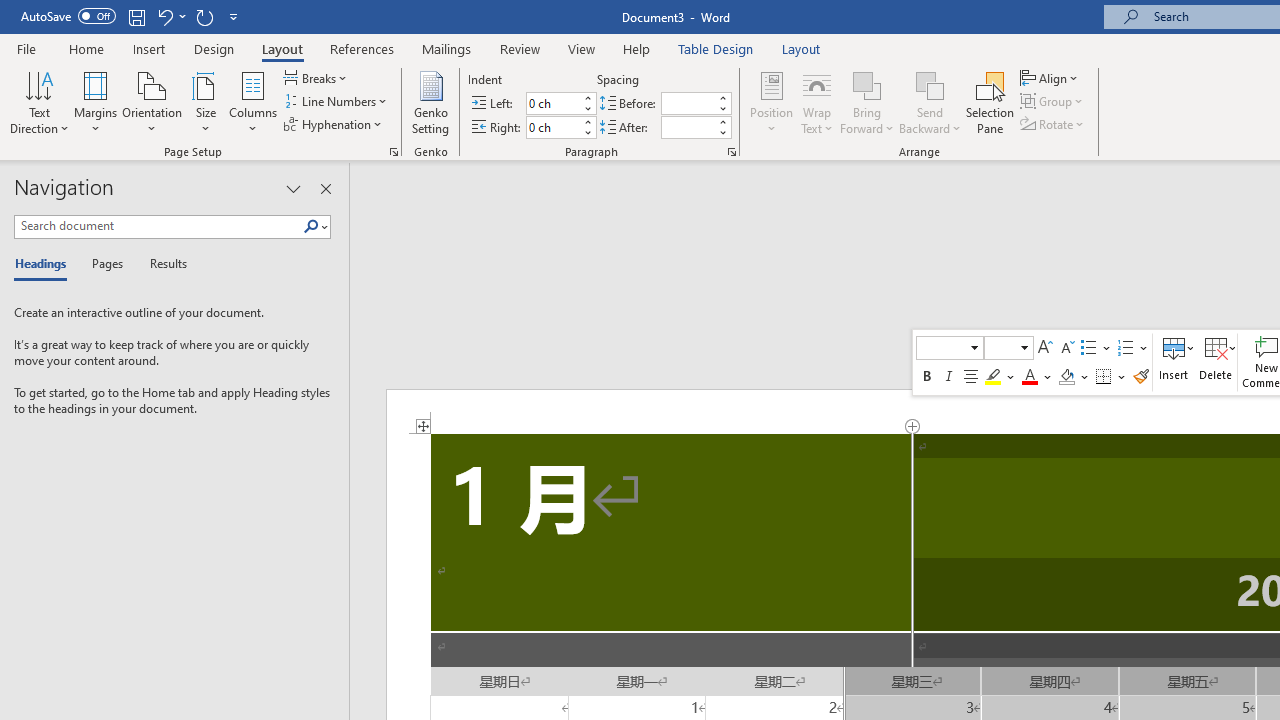  I want to click on 'Page Setup...', so click(394, 150).